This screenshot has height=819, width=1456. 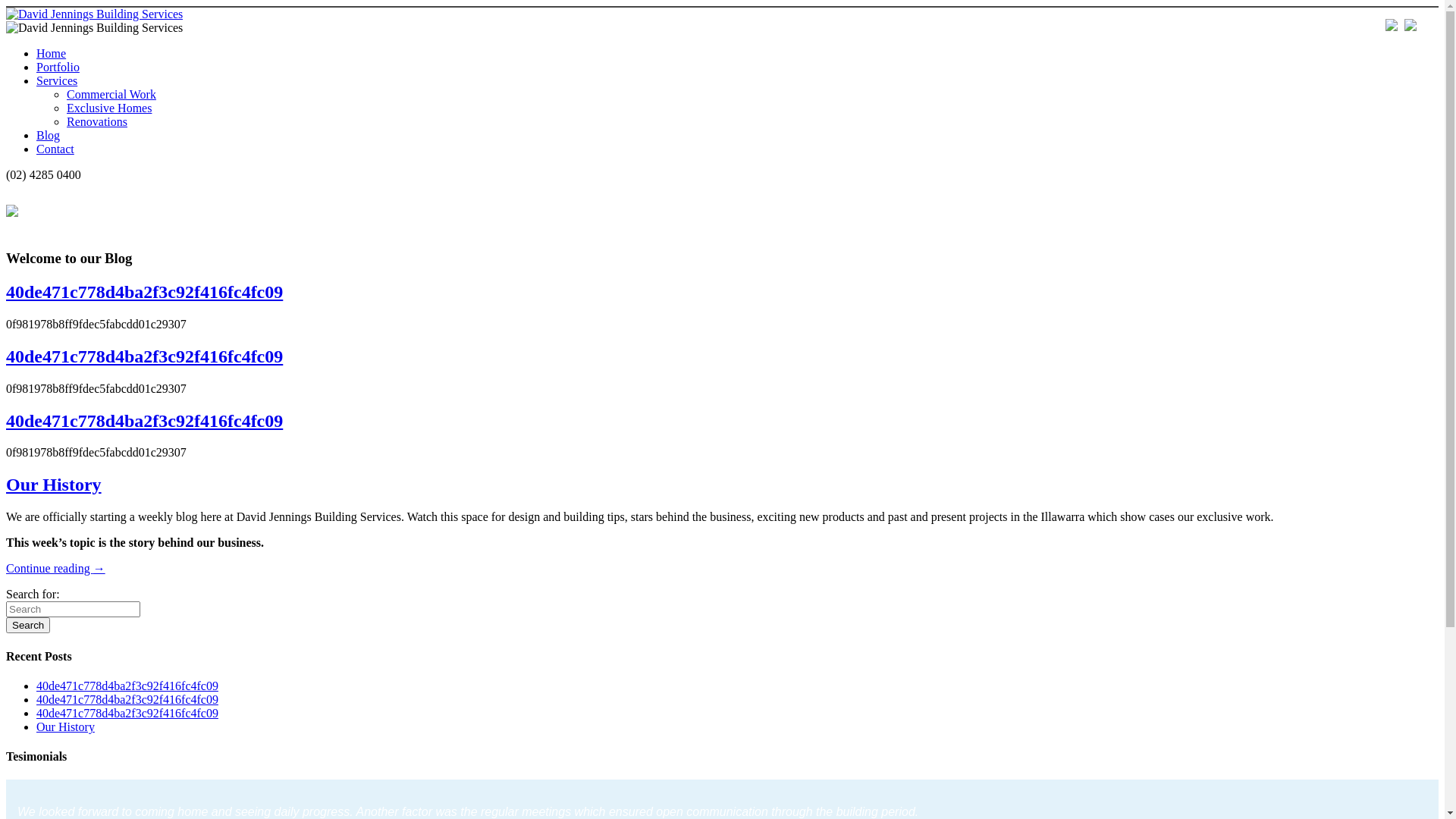 I want to click on '40de471c778d4ba2f3c92f416fc4fc09', so click(x=144, y=356).